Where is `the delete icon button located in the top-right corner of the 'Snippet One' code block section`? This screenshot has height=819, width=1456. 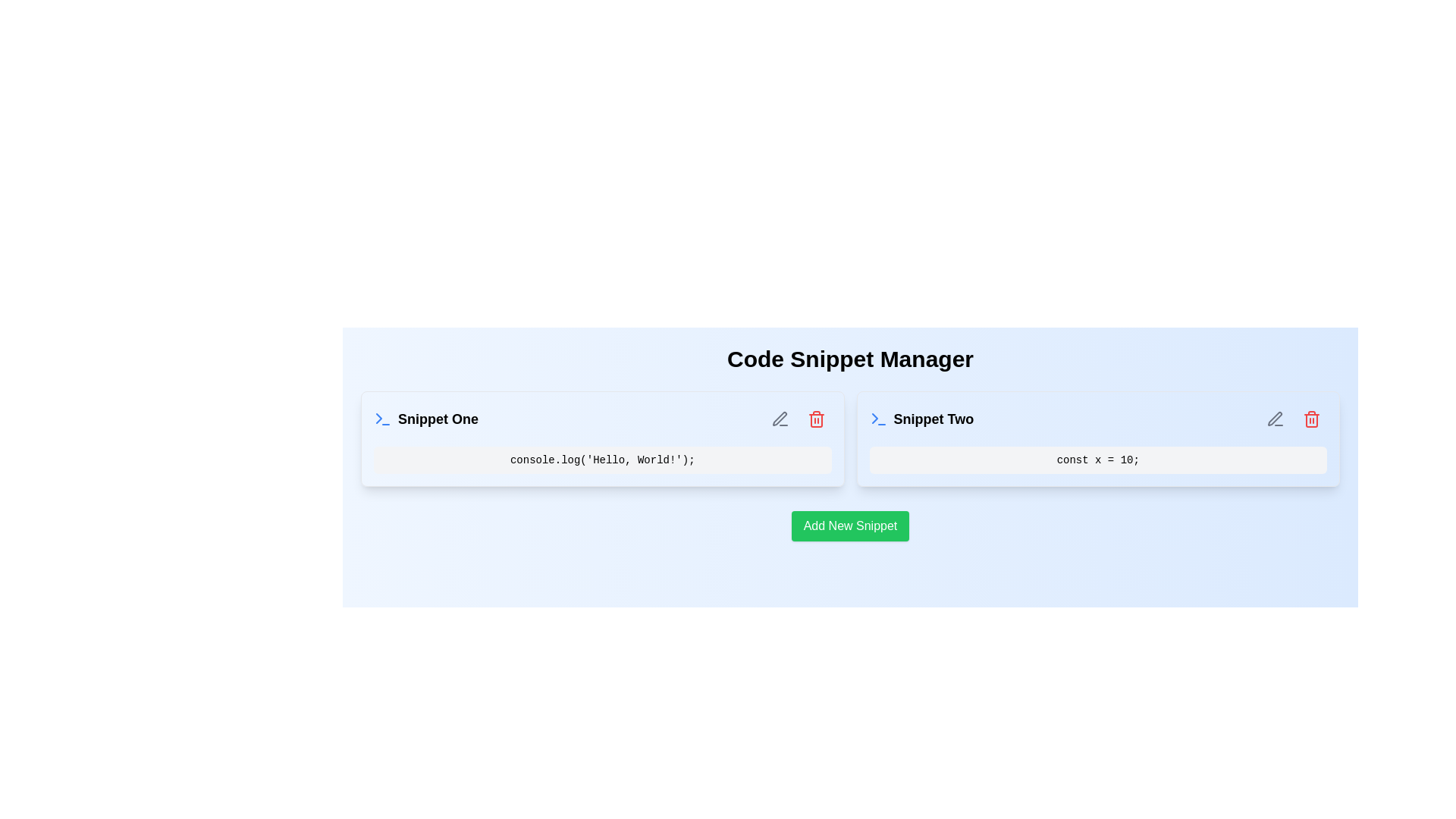
the delete icon button located in the top-right corner of the 'Snippet One' code block section is located at coordinates (815, 419).